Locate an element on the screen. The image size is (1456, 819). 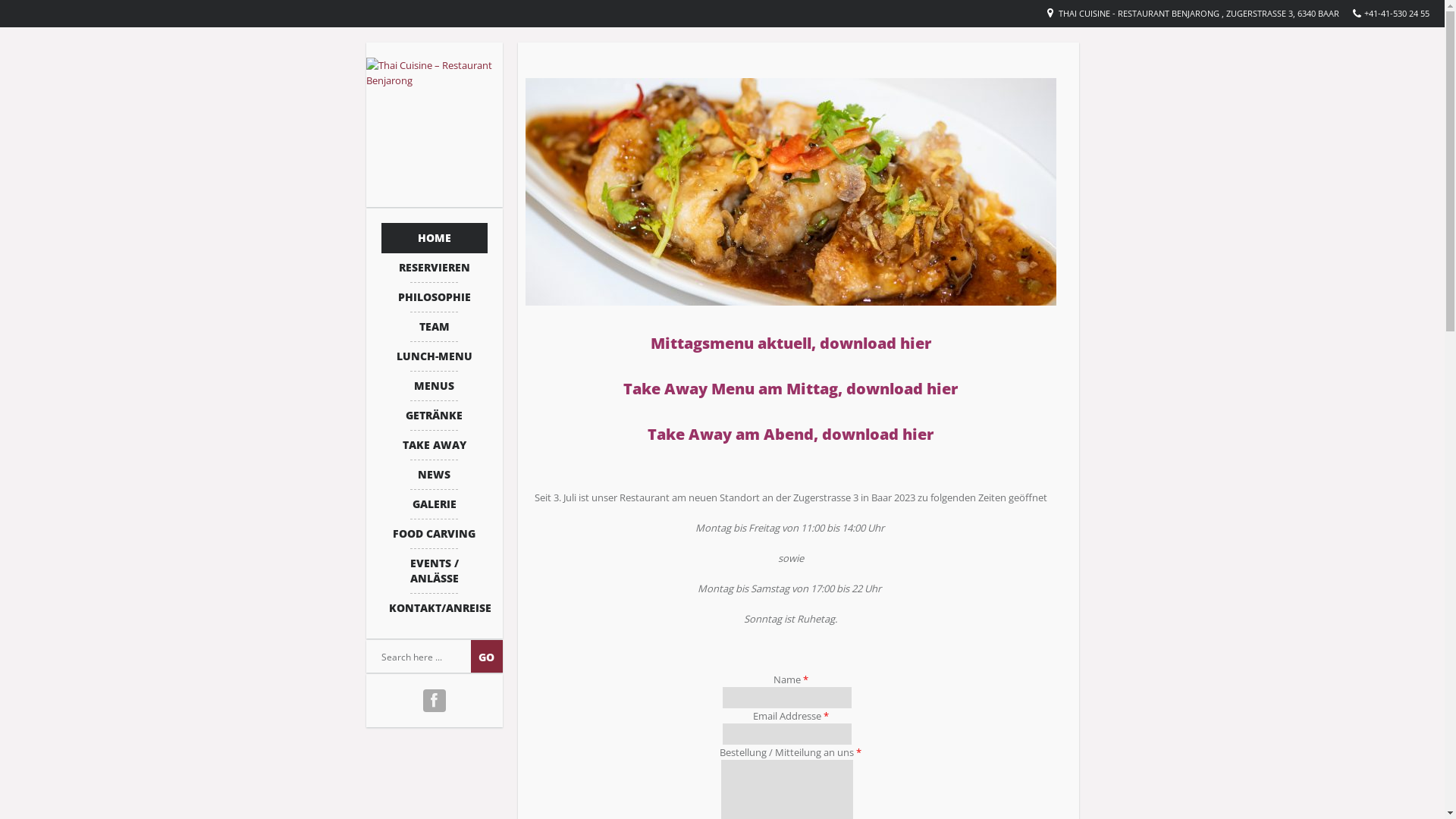
'Take Away am Abend, download hier' is located at coordinates (789, 434).